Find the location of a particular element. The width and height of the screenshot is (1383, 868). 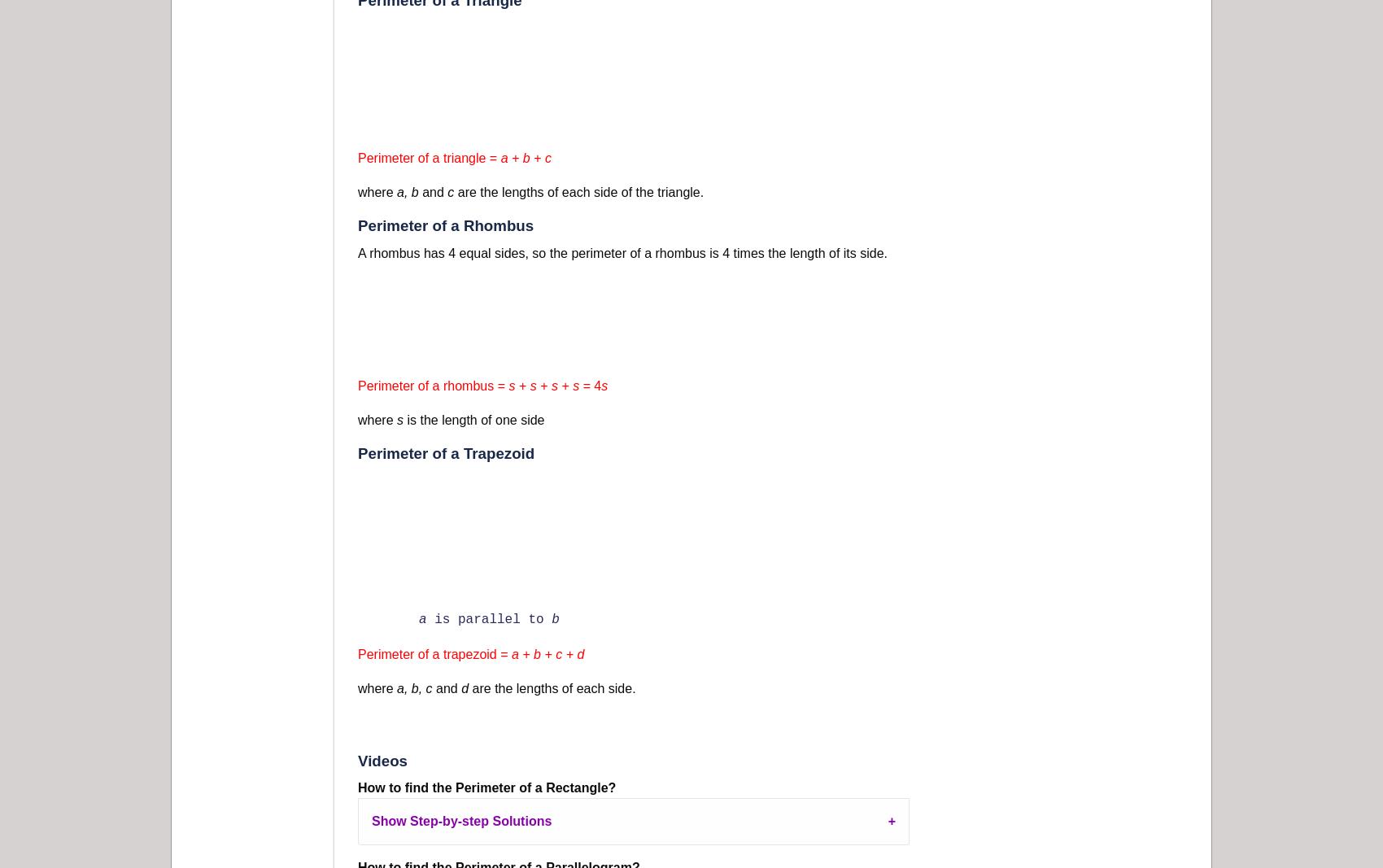

'are the lengths of each side.' is located at coordinates (552, 687).